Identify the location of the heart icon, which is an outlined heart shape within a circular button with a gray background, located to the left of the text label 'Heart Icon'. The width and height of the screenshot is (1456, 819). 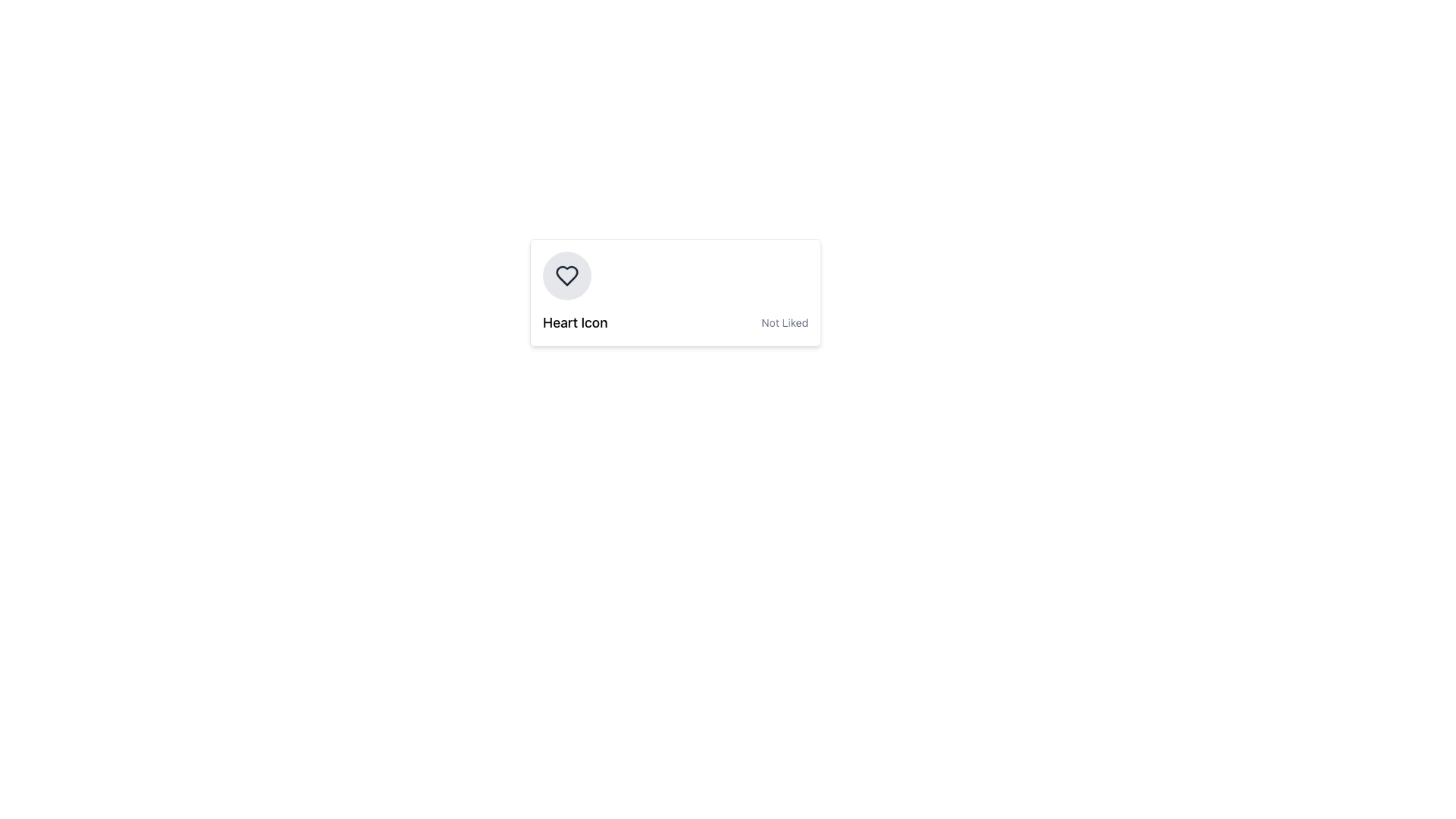
(566, 275).